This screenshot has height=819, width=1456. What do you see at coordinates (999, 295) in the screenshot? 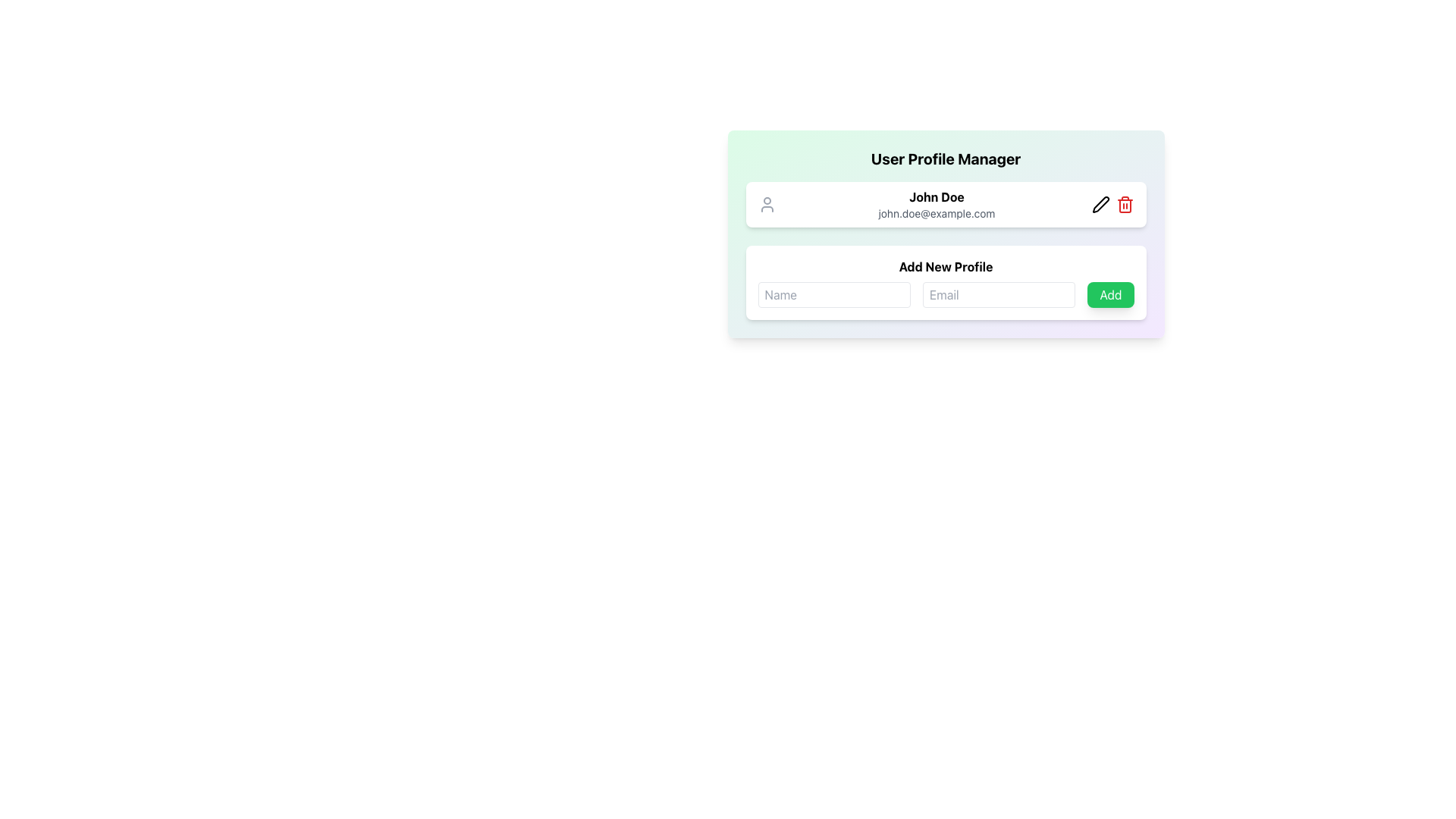
I see `the email input field located in the 'Add New Profile' section to focus the input` at bounding box center [999, 295].